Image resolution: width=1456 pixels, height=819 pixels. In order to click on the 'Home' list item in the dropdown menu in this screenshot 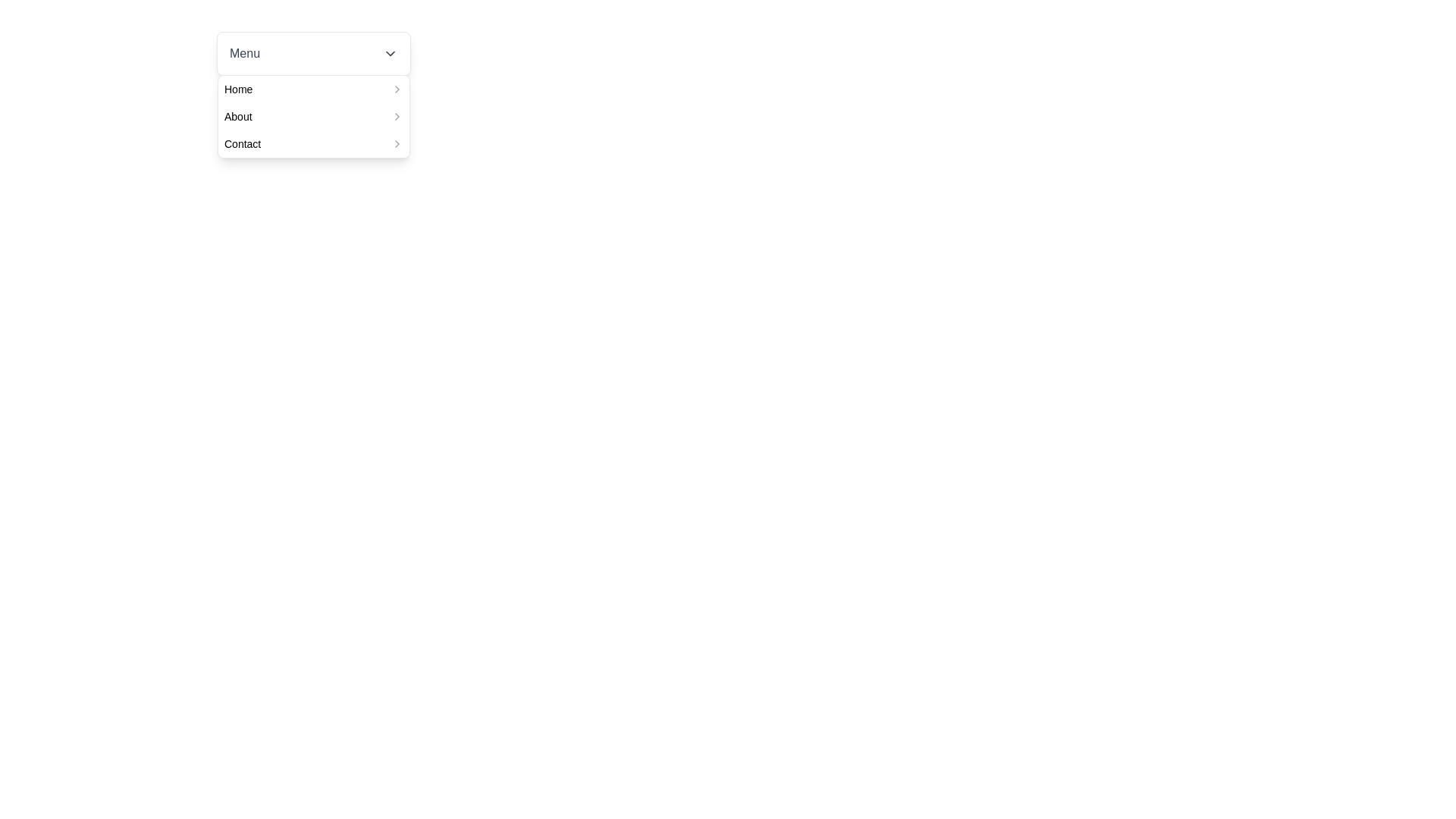, I will do `click(312, 89)`.